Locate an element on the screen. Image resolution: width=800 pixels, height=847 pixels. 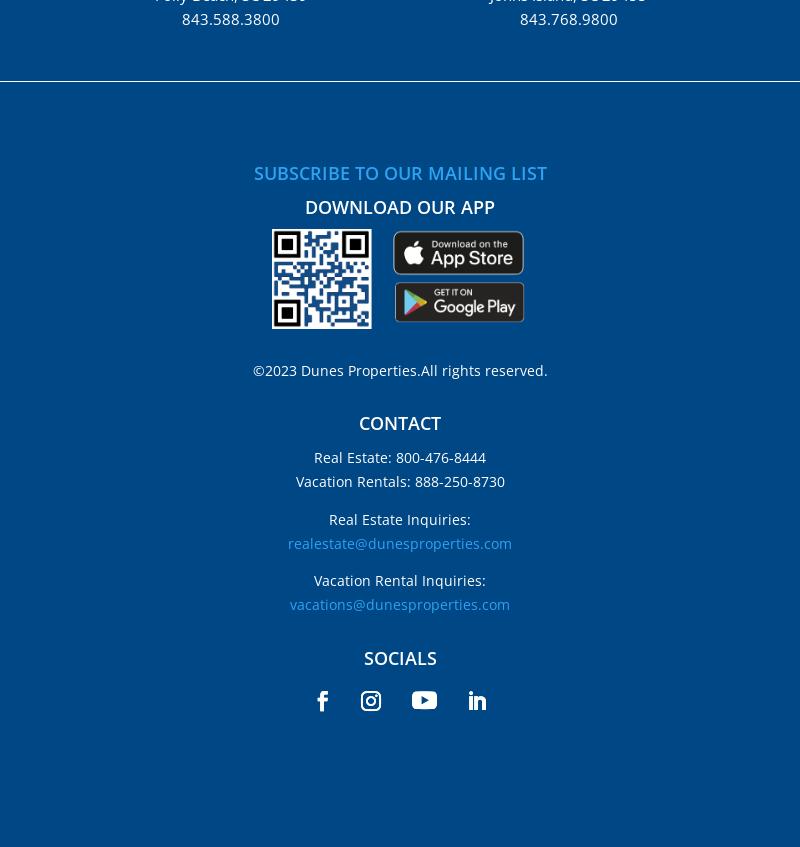
'Real Estate Inquiries:' is located at coordinates (400, 517).